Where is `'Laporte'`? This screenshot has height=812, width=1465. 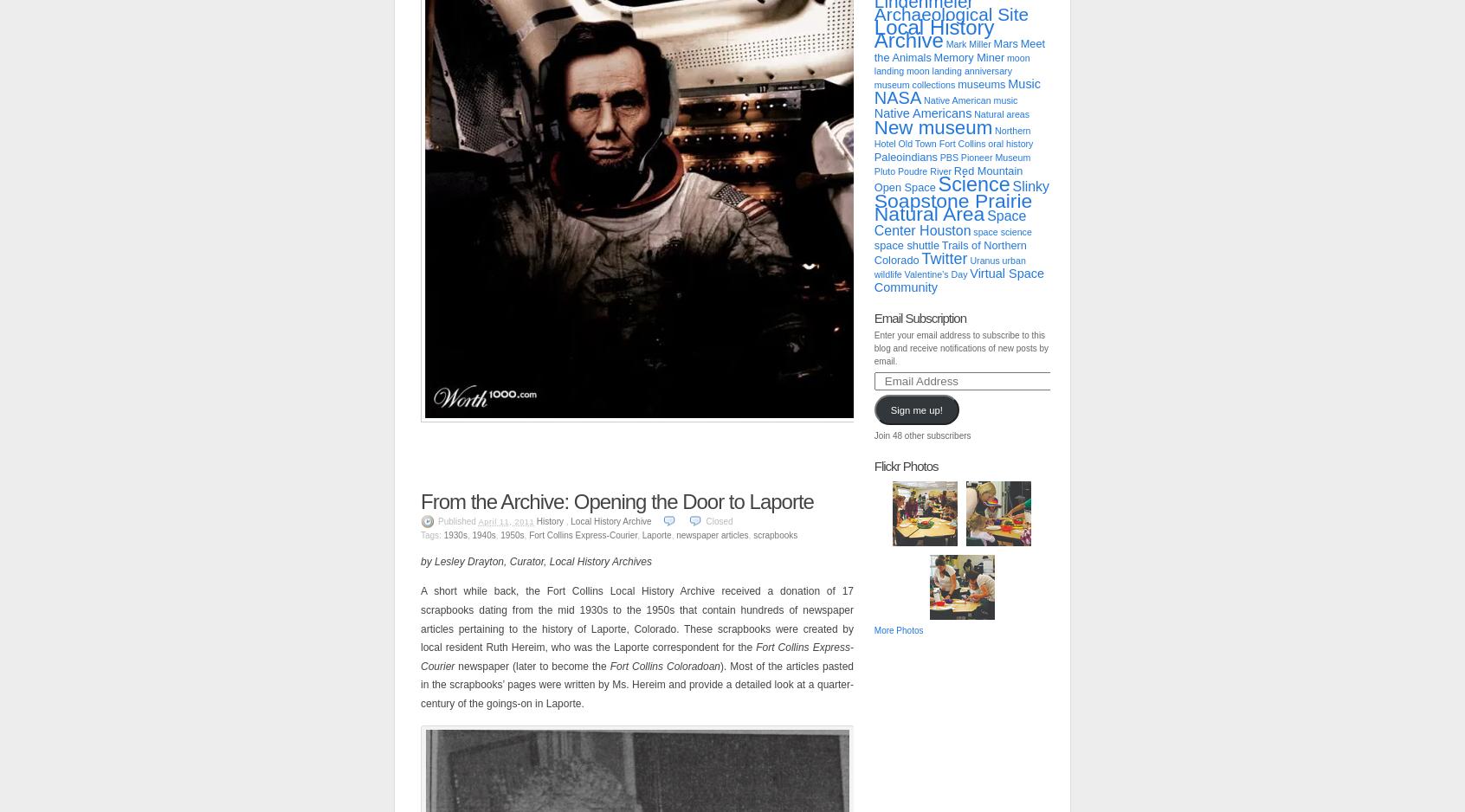 'Laporte' is located at coordinates (655, 534).